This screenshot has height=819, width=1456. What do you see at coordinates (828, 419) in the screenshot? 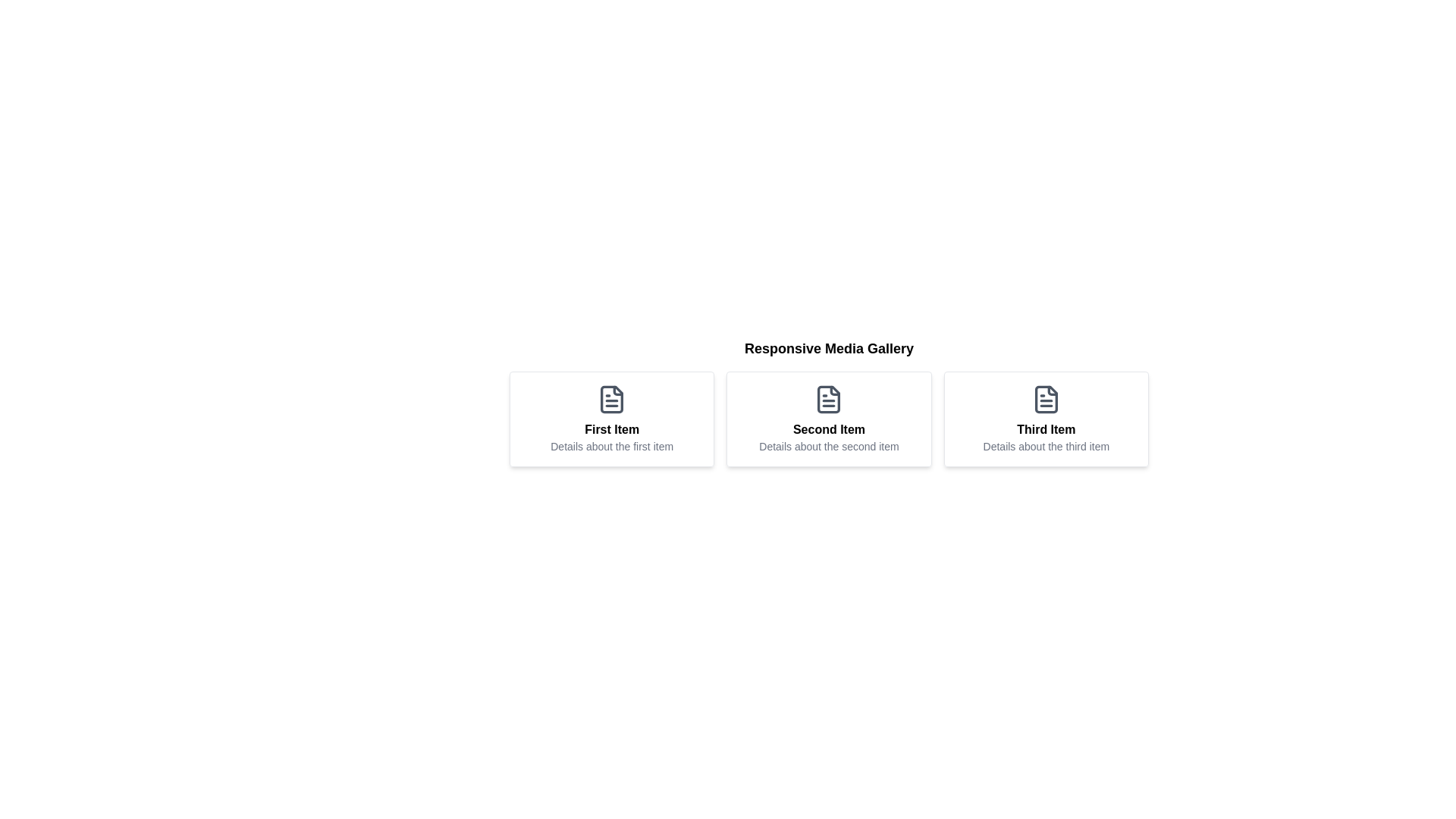
I see `the second card in the grid layout below the title 'Responsive Media Gallery'` at bounding box center [828, 419].